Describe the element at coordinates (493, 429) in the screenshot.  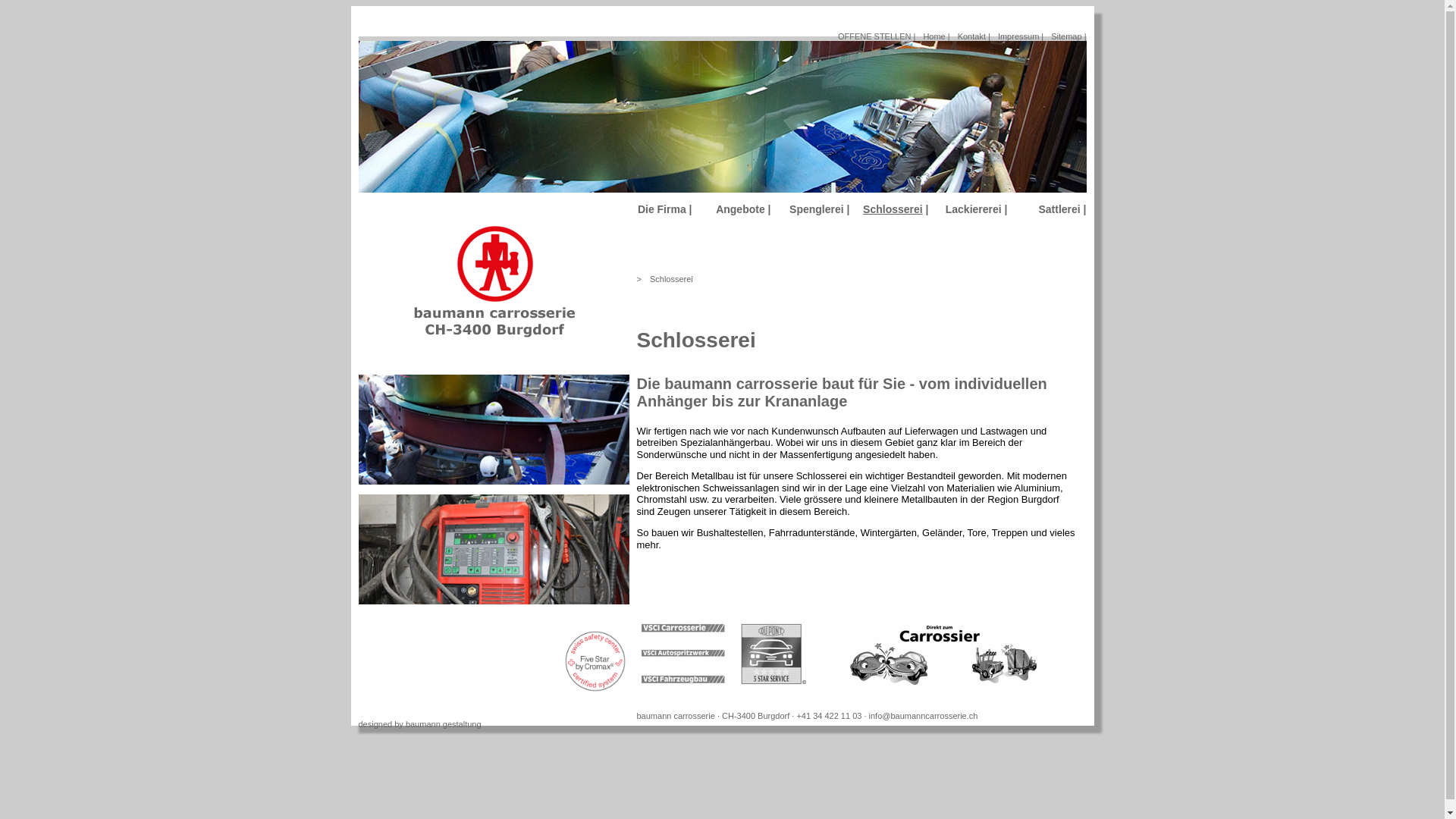
I see `'Rohbau Kunstwerk'` at that location.